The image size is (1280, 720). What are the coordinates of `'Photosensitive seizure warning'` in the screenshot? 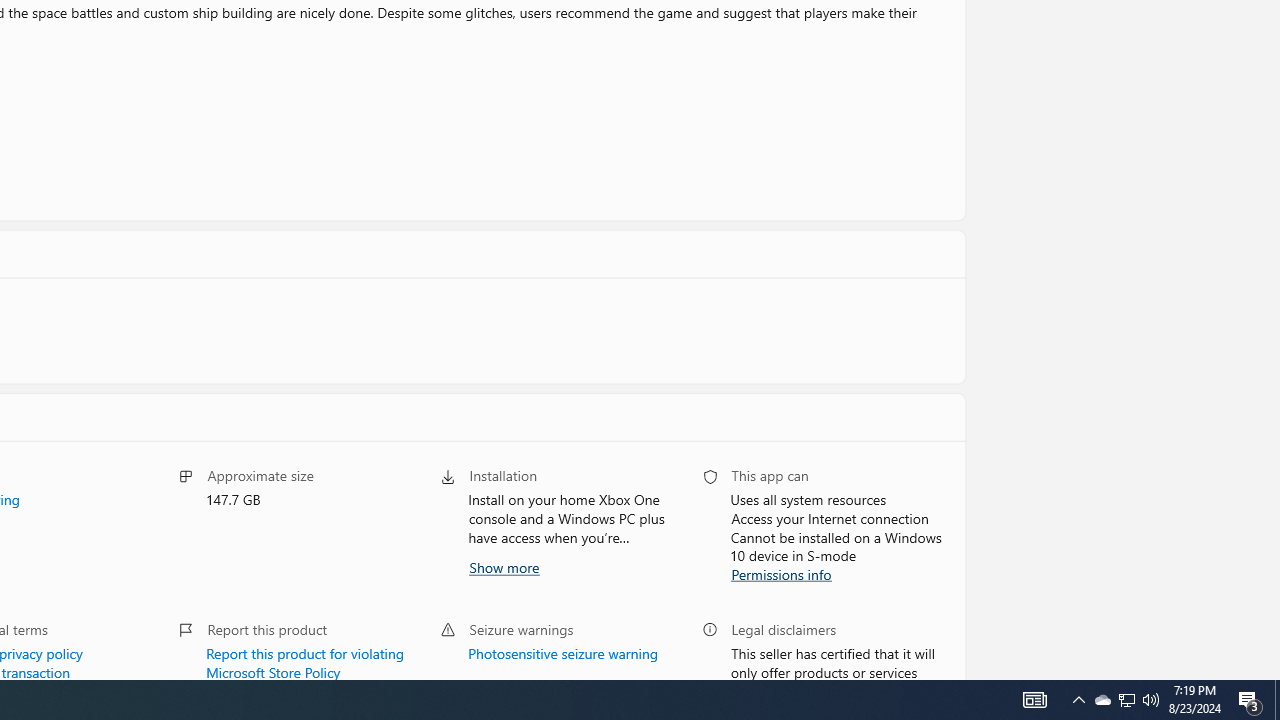 It's located at (561, 651).